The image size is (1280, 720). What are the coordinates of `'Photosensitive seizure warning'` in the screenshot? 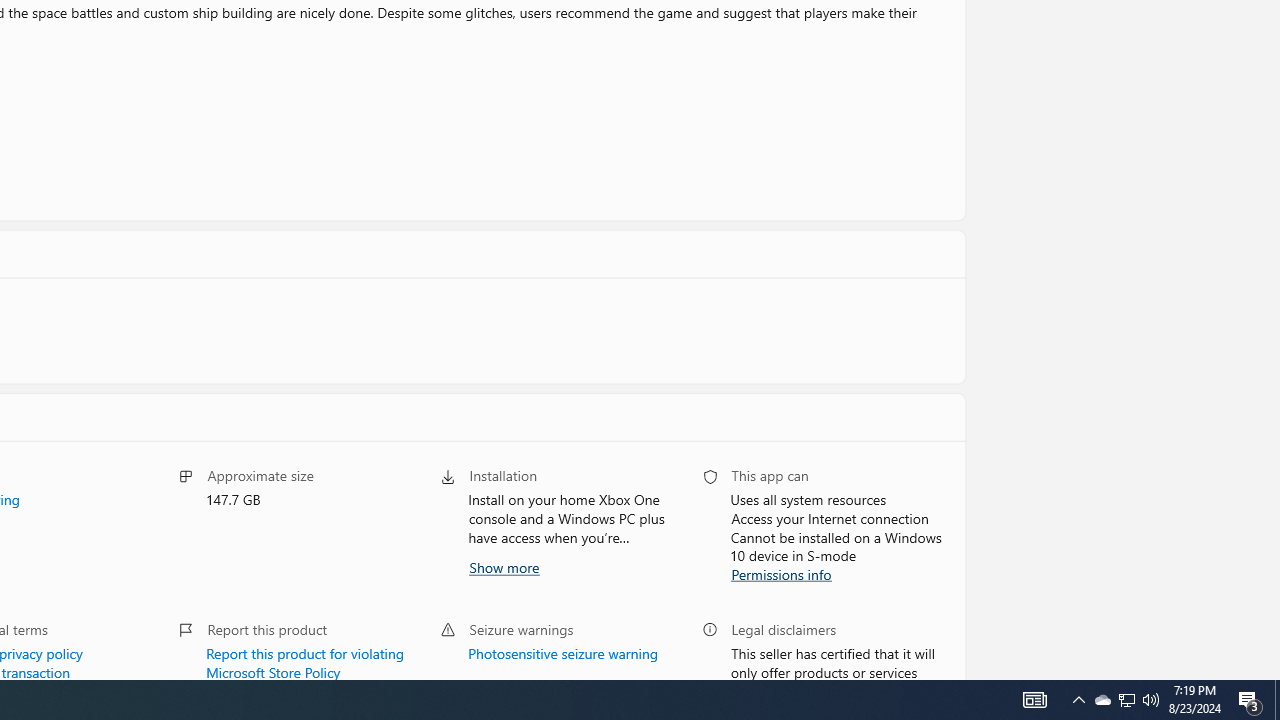 It's located at (561, 651).